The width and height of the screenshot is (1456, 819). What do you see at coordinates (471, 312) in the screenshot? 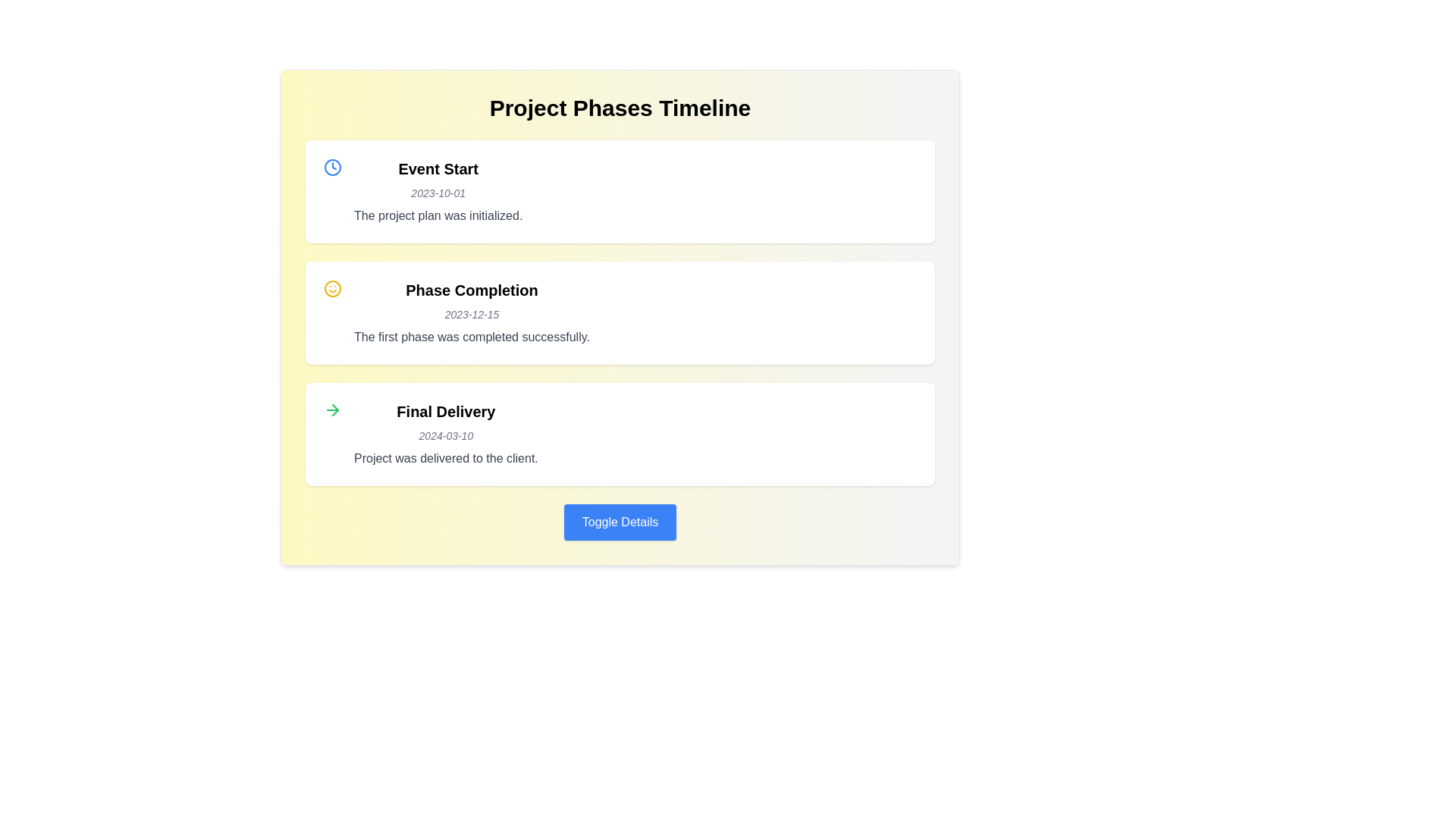
I see `description text in the Textual Content Block titled 'Phase Completion' which states 'The first phase was completed successfully.'` at bounding box center [471, 312].